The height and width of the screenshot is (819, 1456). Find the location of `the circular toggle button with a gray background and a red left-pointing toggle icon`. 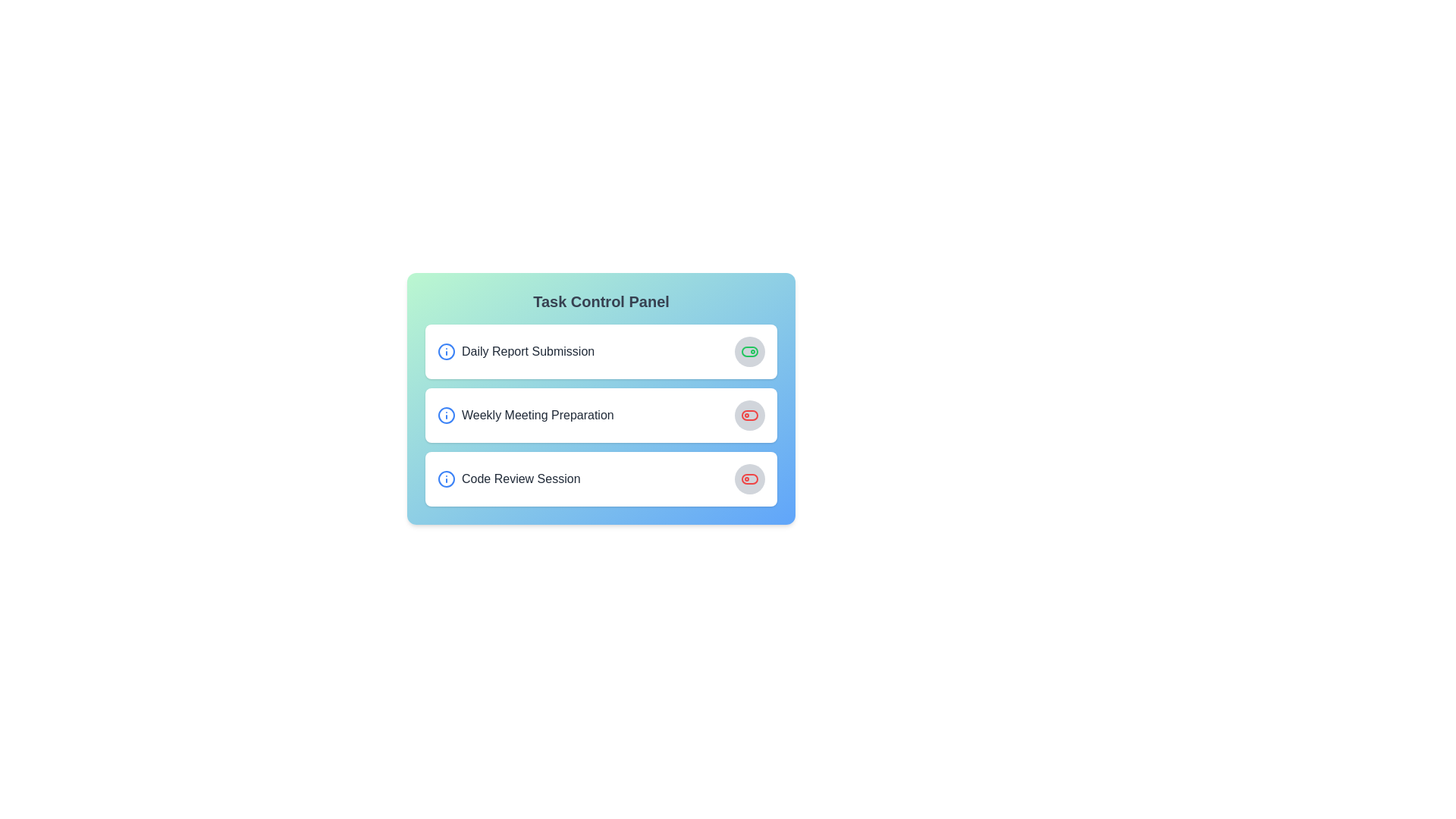

the circular toggle button with a gray background and a red left-pointing toggle icon is located at coordinates (749, 415).